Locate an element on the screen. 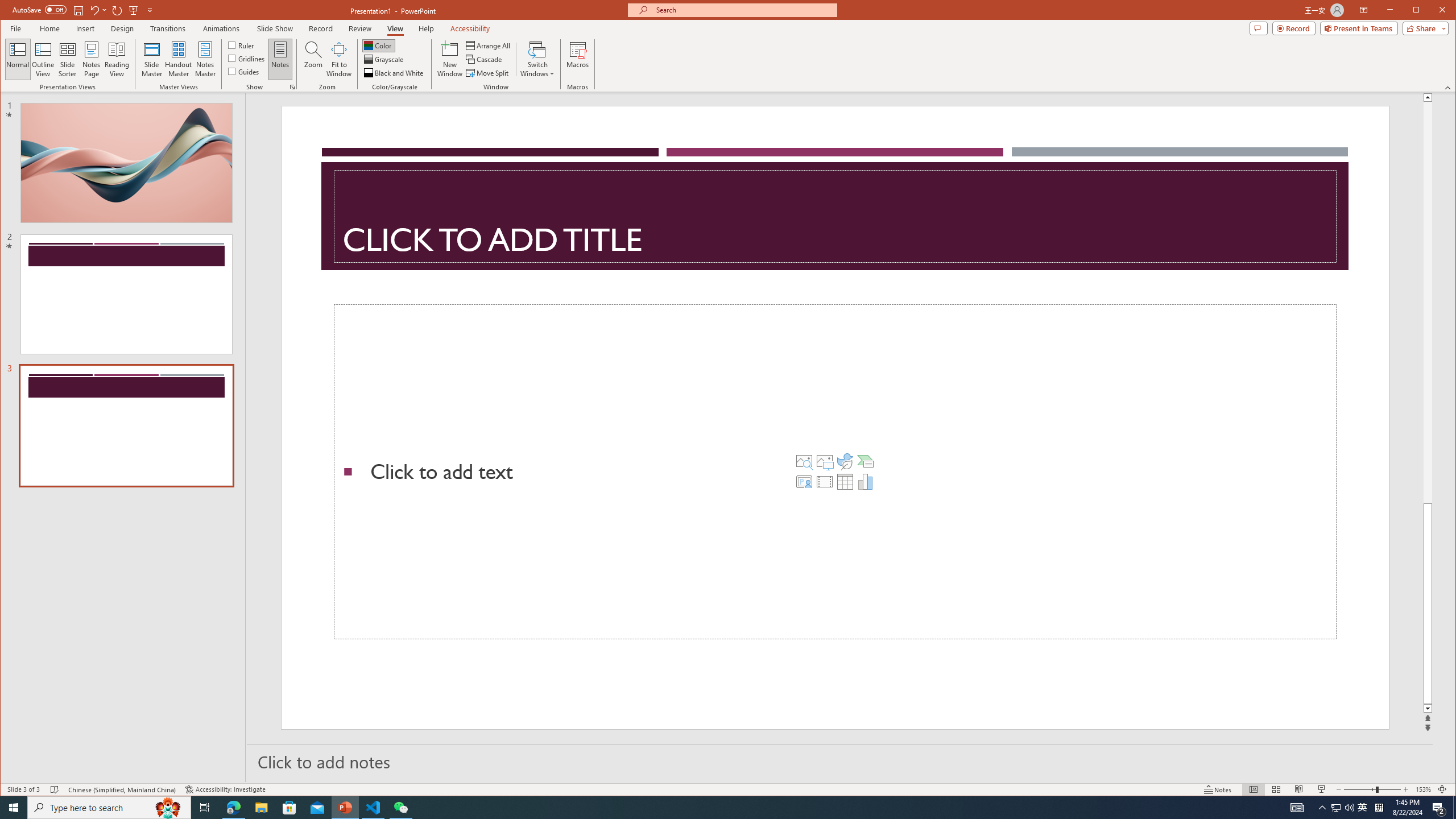  'Ruler' is located at coordinates (241, 44).